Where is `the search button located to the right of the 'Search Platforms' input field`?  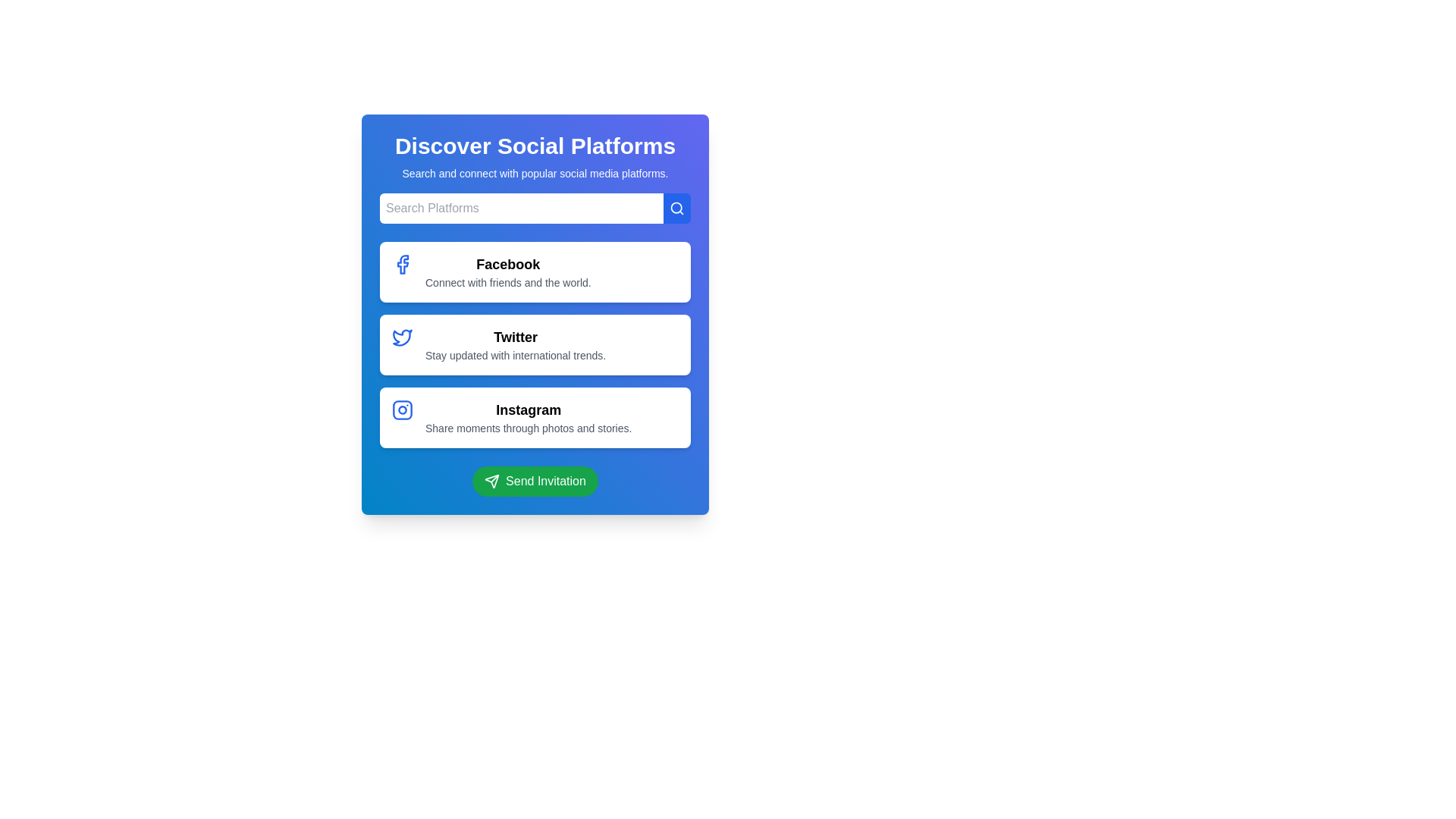
the search button located to the right of the 'Search Platforms' input field is located at coordinates (676, 208).